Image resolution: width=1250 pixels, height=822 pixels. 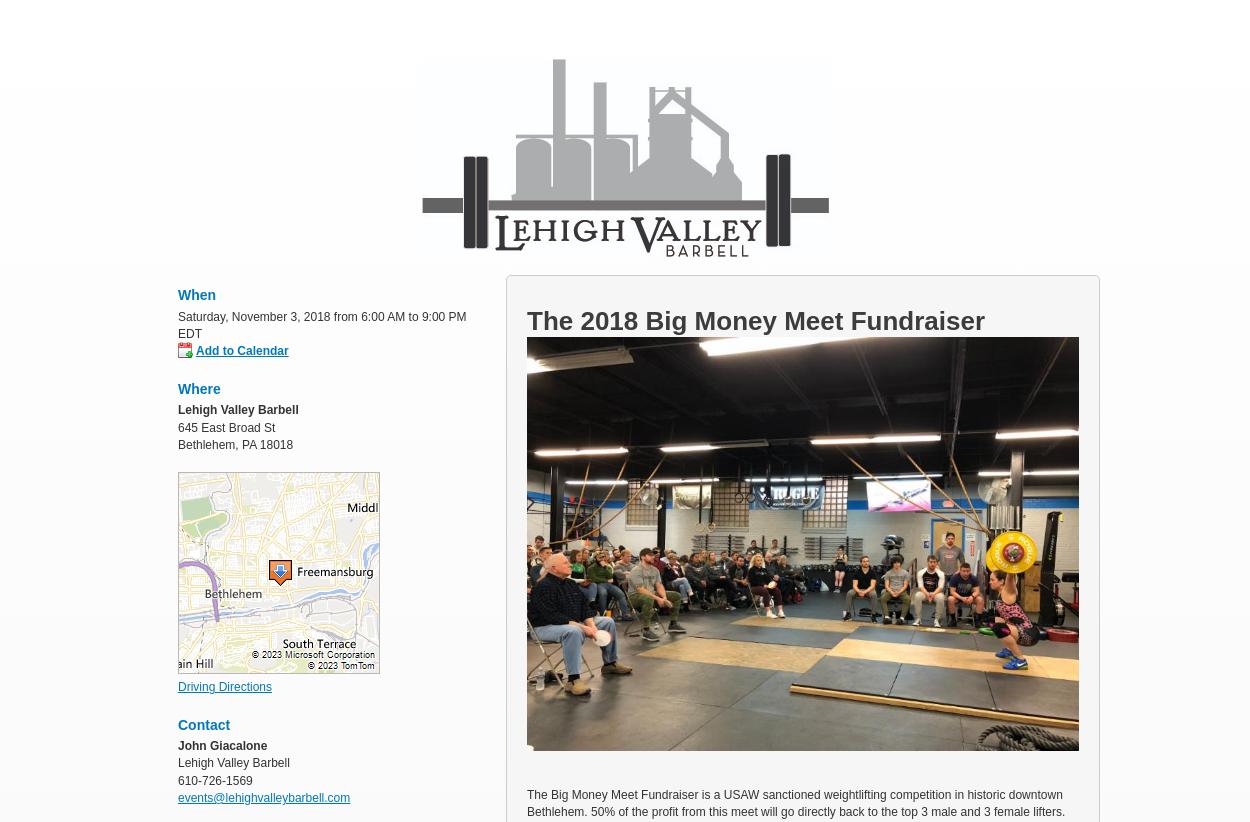 I want to click on 'John Giacalone', so click(x=178, y=743).